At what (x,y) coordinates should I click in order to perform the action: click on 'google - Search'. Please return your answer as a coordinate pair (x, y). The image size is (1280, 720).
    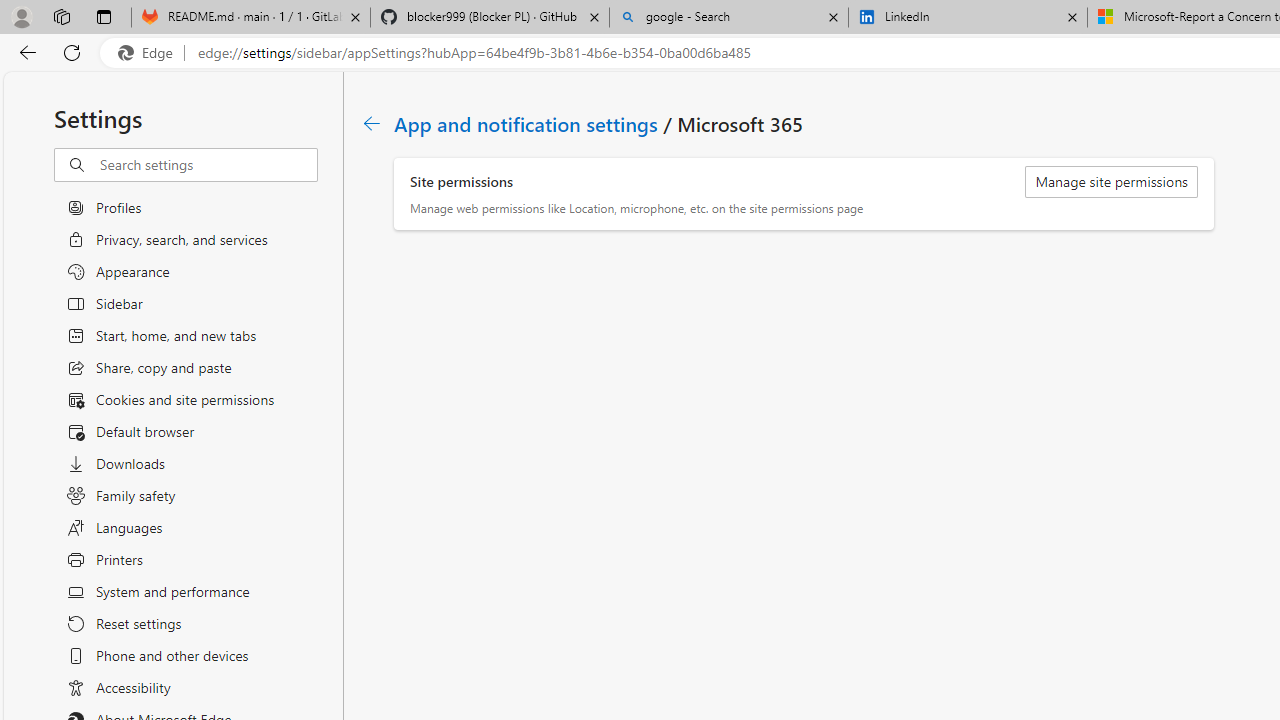
    Looking at the image, I should click on (728, 17).